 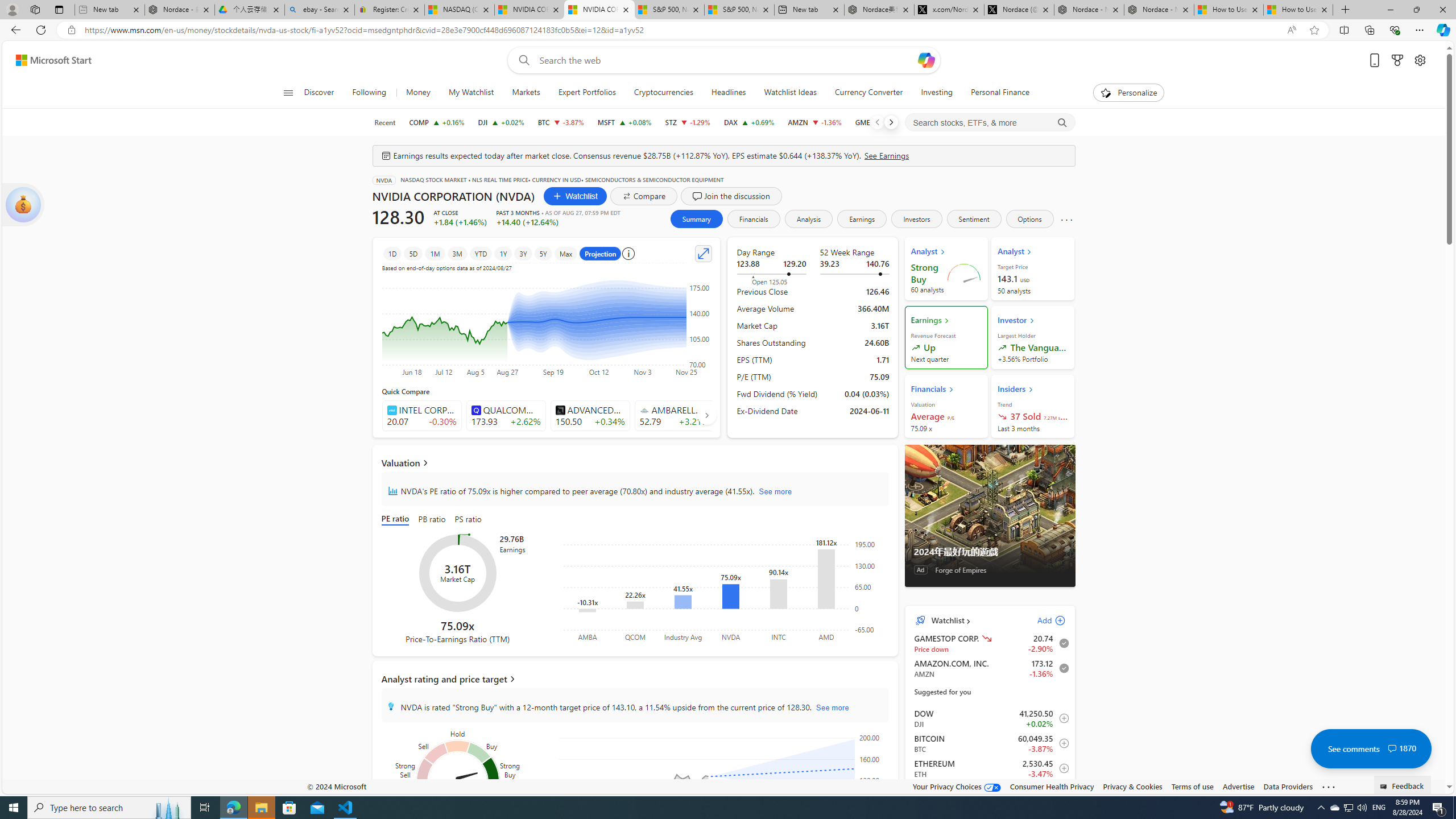 What do you see at coordinates (644, 196) in the screenshot?
I see `'Compare'` at bounding box center [644, 196].